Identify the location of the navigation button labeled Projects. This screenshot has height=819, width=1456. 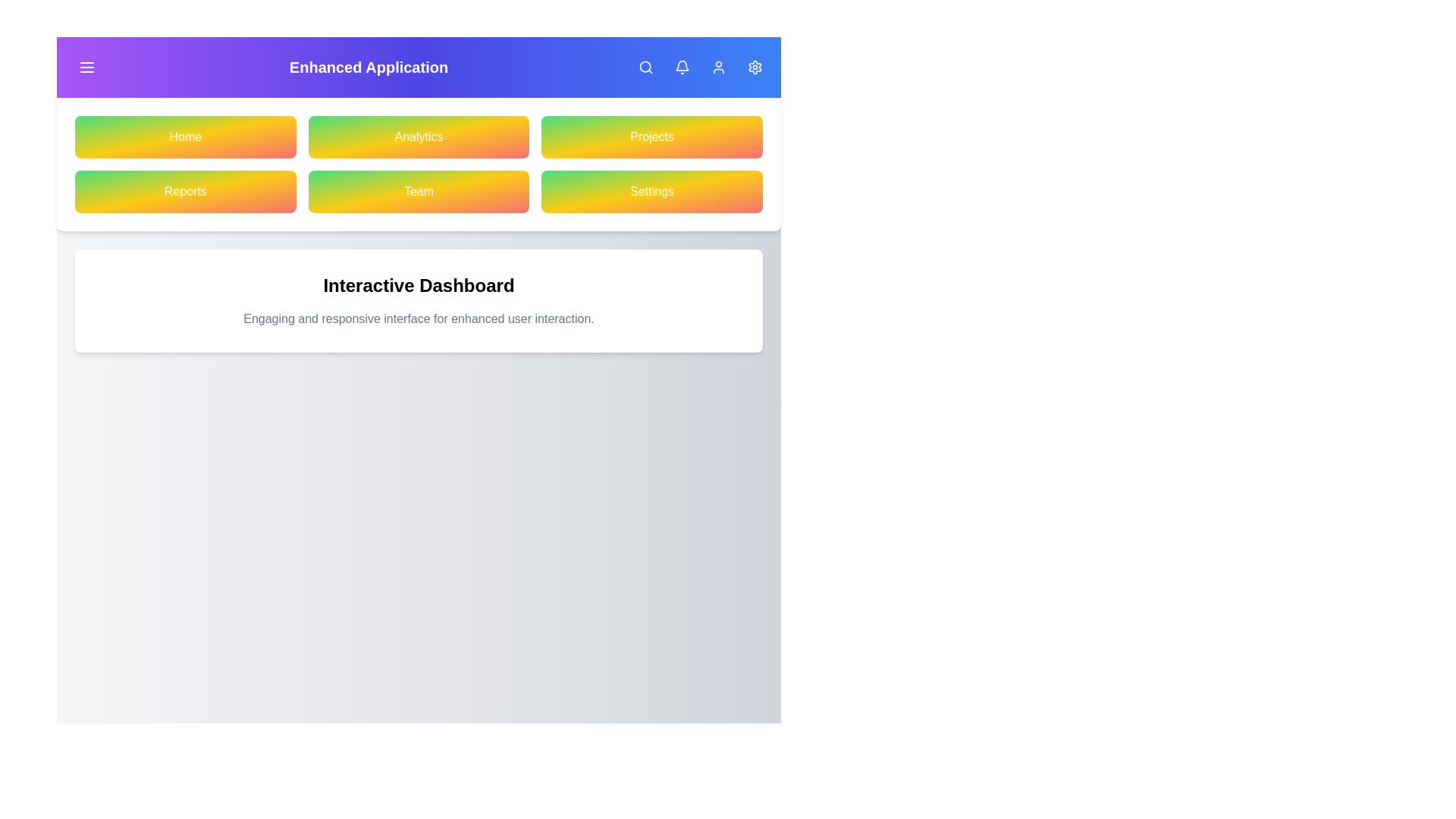
(652, 137).